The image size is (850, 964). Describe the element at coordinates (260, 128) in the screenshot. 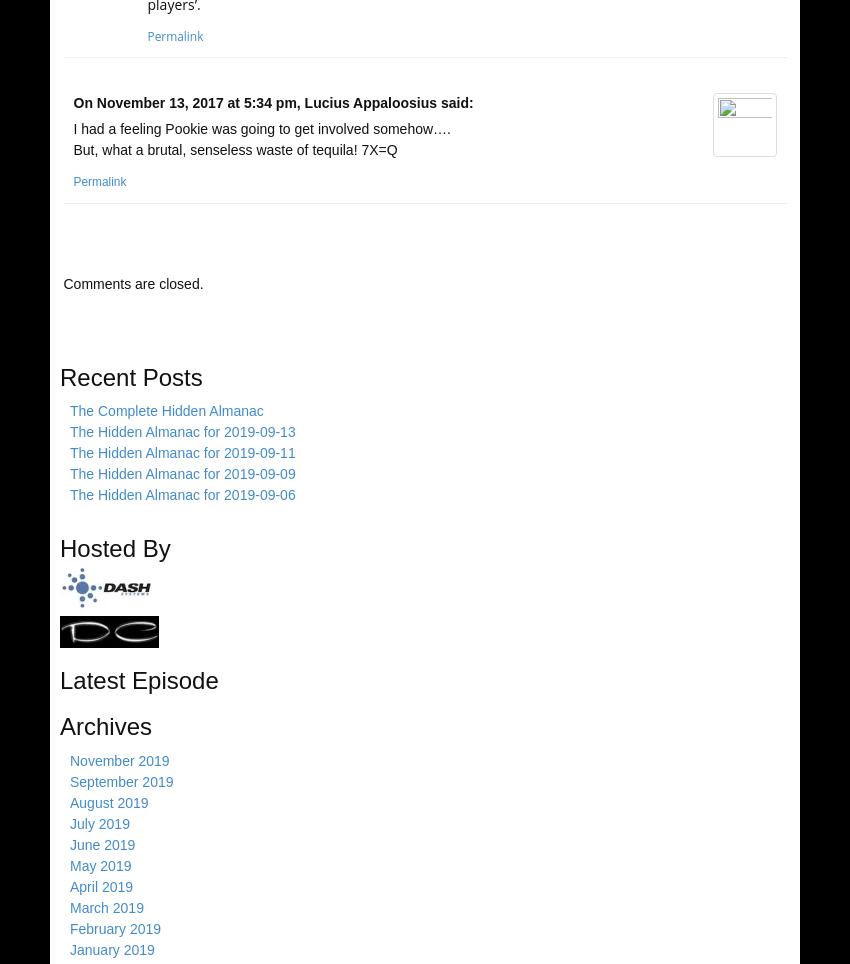

I see `'I had a feeling Pookie was going to get involved somehow….'` at that location.